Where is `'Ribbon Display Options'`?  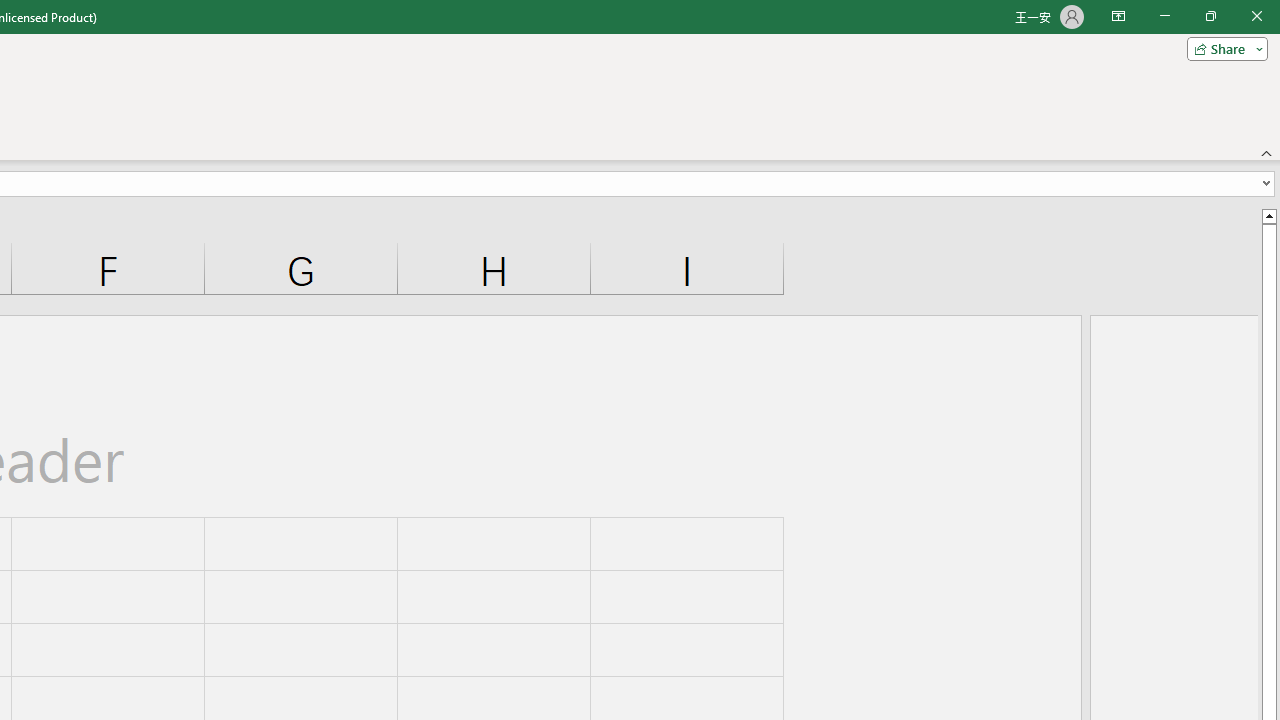 'Ribbon Display Options' is located at coordinates (1117, 16).